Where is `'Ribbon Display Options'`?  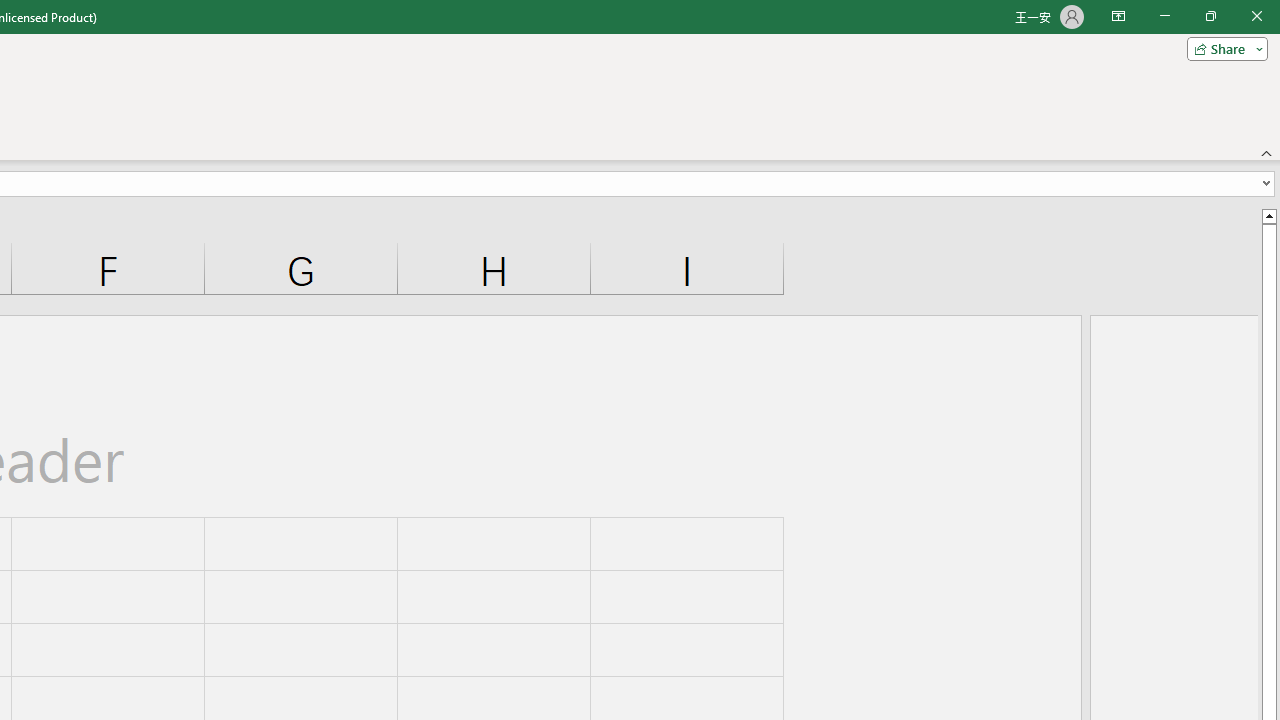 'Ribbon Display Options' is located at coordinates (1117, 16).